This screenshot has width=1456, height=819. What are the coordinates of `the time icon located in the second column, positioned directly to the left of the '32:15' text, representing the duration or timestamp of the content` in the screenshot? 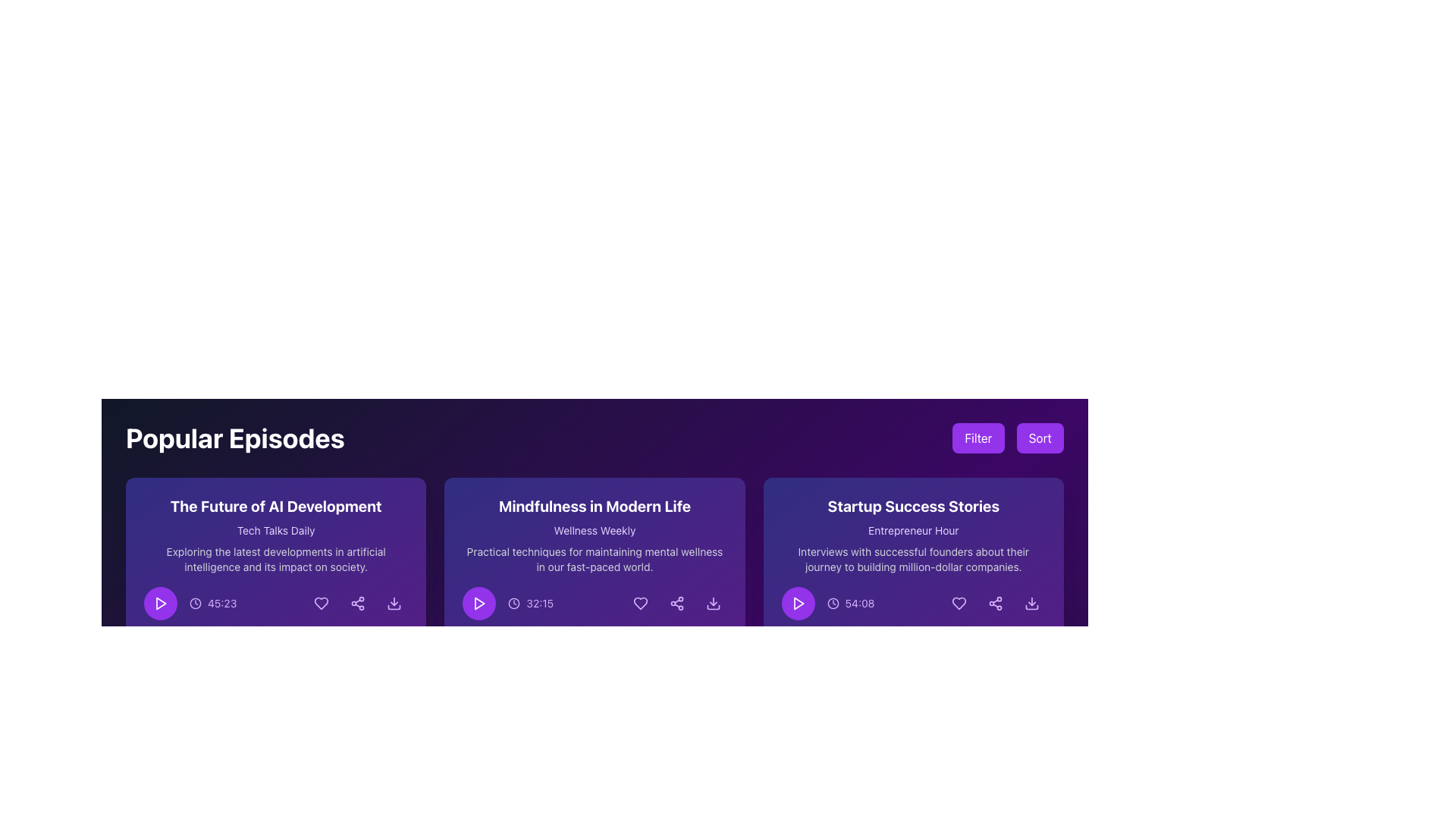 It's located at (514, 602).